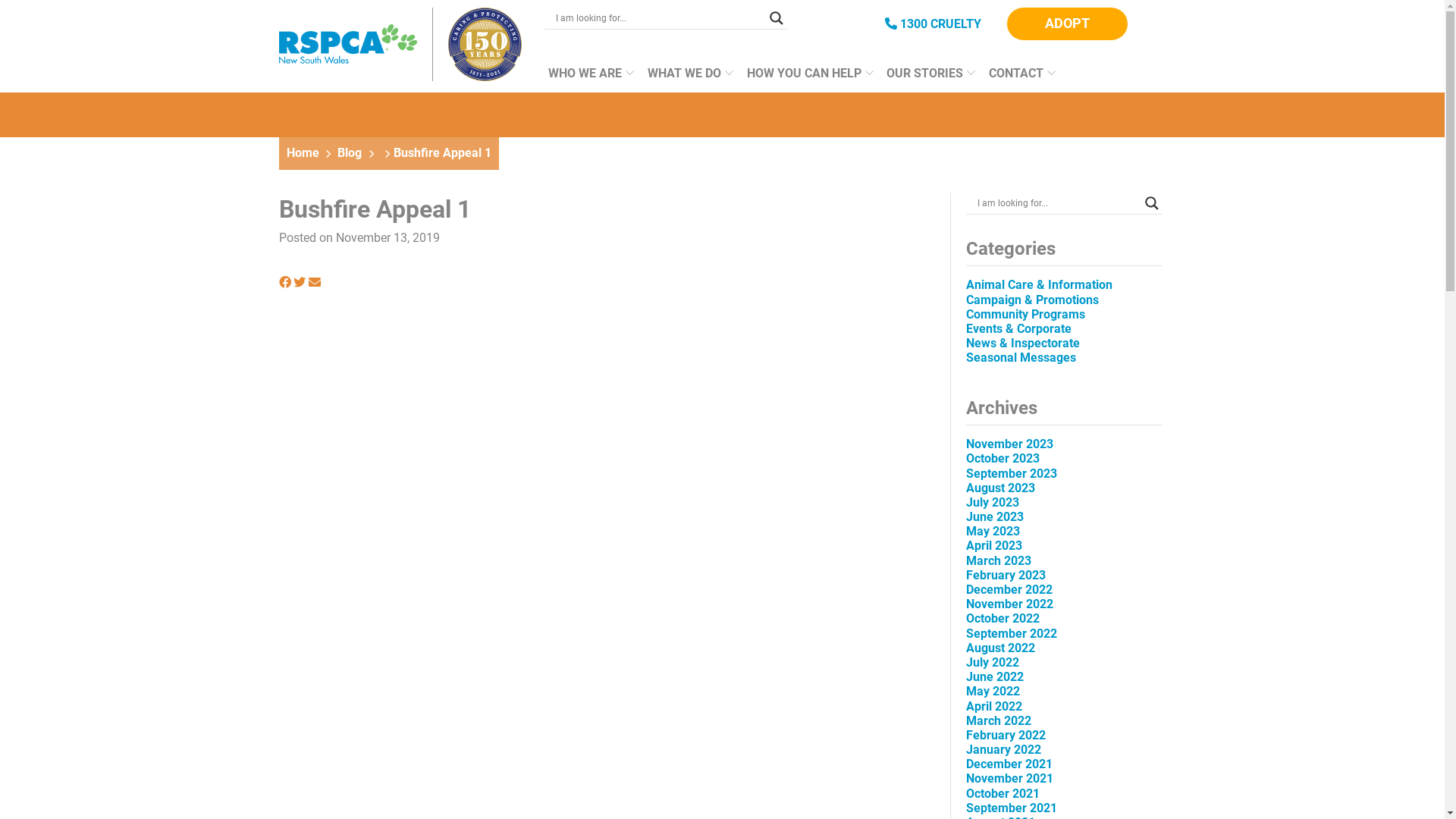 The image size is (1456, 819). I want to click on 'OUR STORIES', so click(926, 79).